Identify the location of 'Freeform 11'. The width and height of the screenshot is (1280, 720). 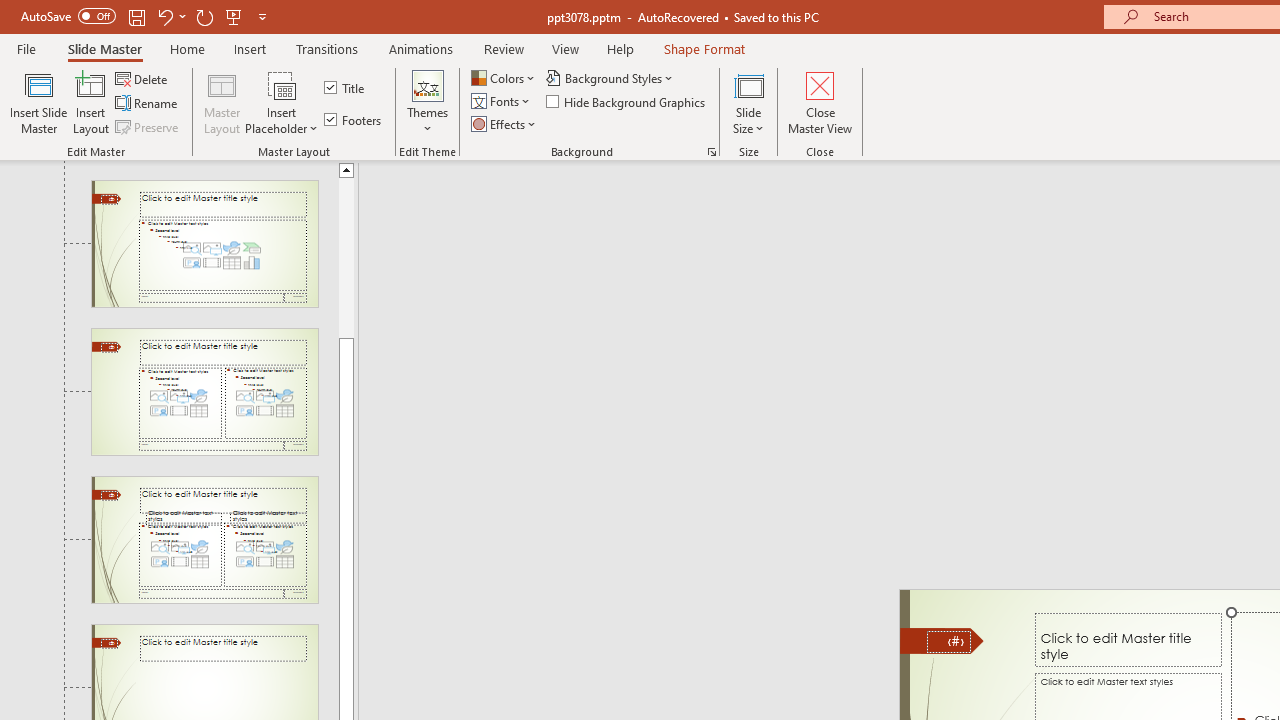
(941, 640).